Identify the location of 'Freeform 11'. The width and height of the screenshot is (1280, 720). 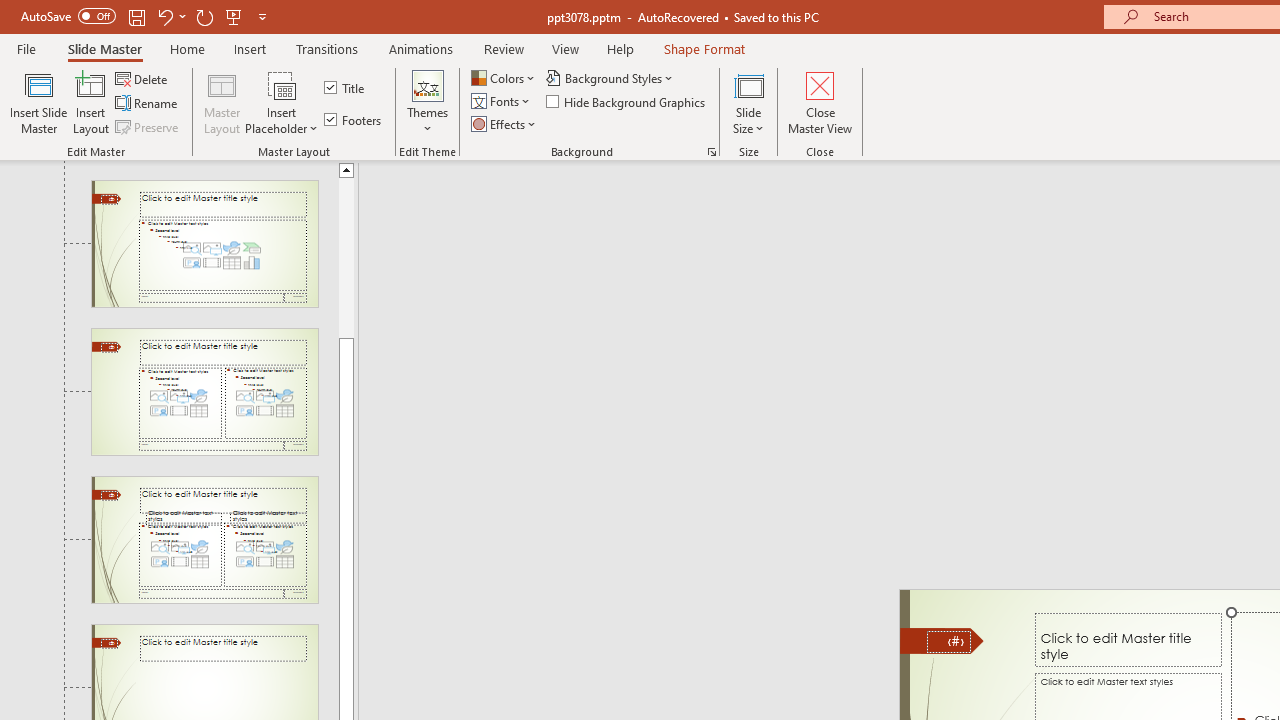
(941, 640).